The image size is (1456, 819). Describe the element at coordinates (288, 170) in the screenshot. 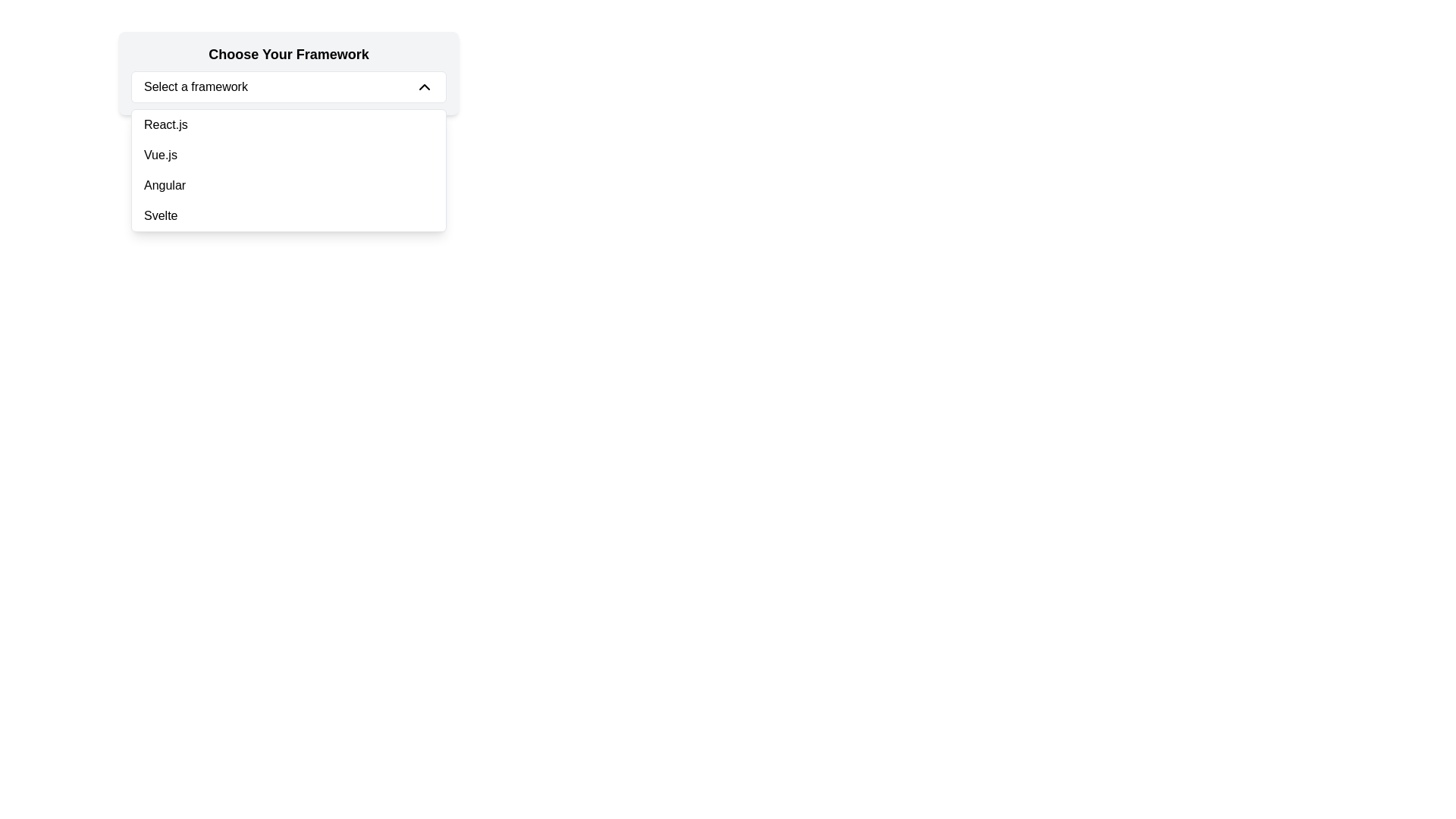

I see `the 'Vue.js' item in the dropdown menu` at that location.